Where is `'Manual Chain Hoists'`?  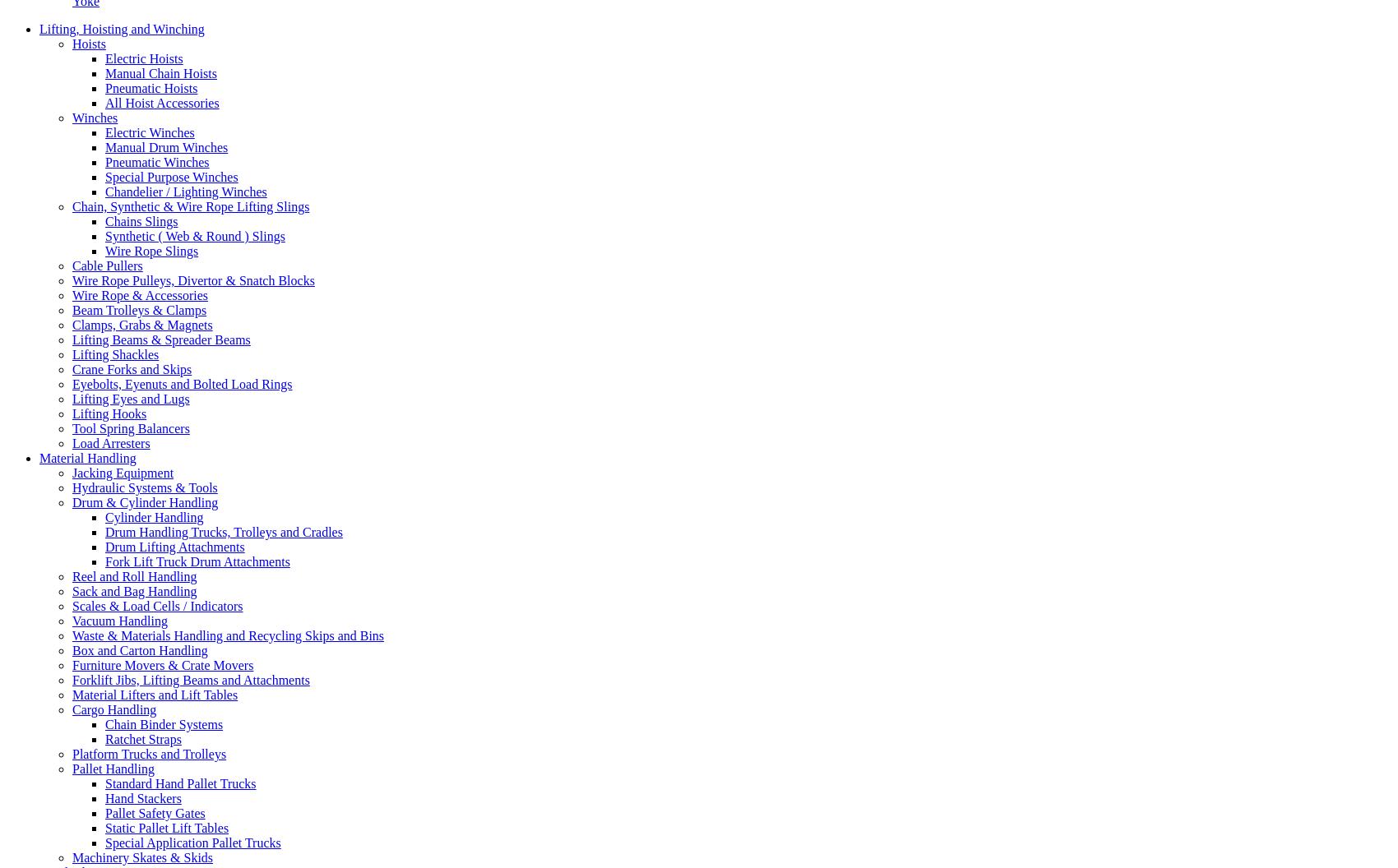 'Manual Chain Hoists' is located at coordinates (104, 72).